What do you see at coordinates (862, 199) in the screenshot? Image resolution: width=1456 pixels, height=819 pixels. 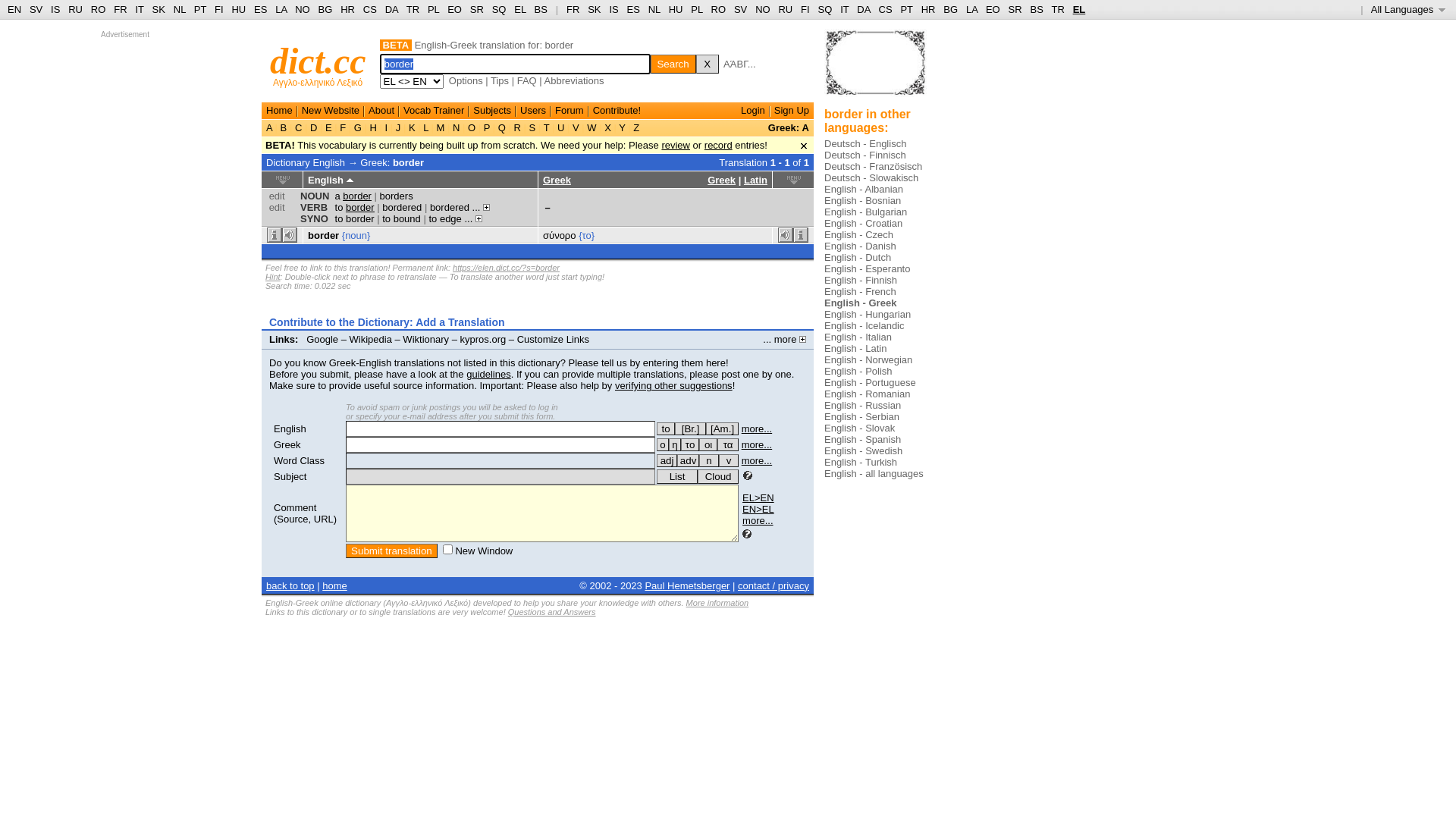 I see `'English - Bosnian'` at bounding box center [862, 199].